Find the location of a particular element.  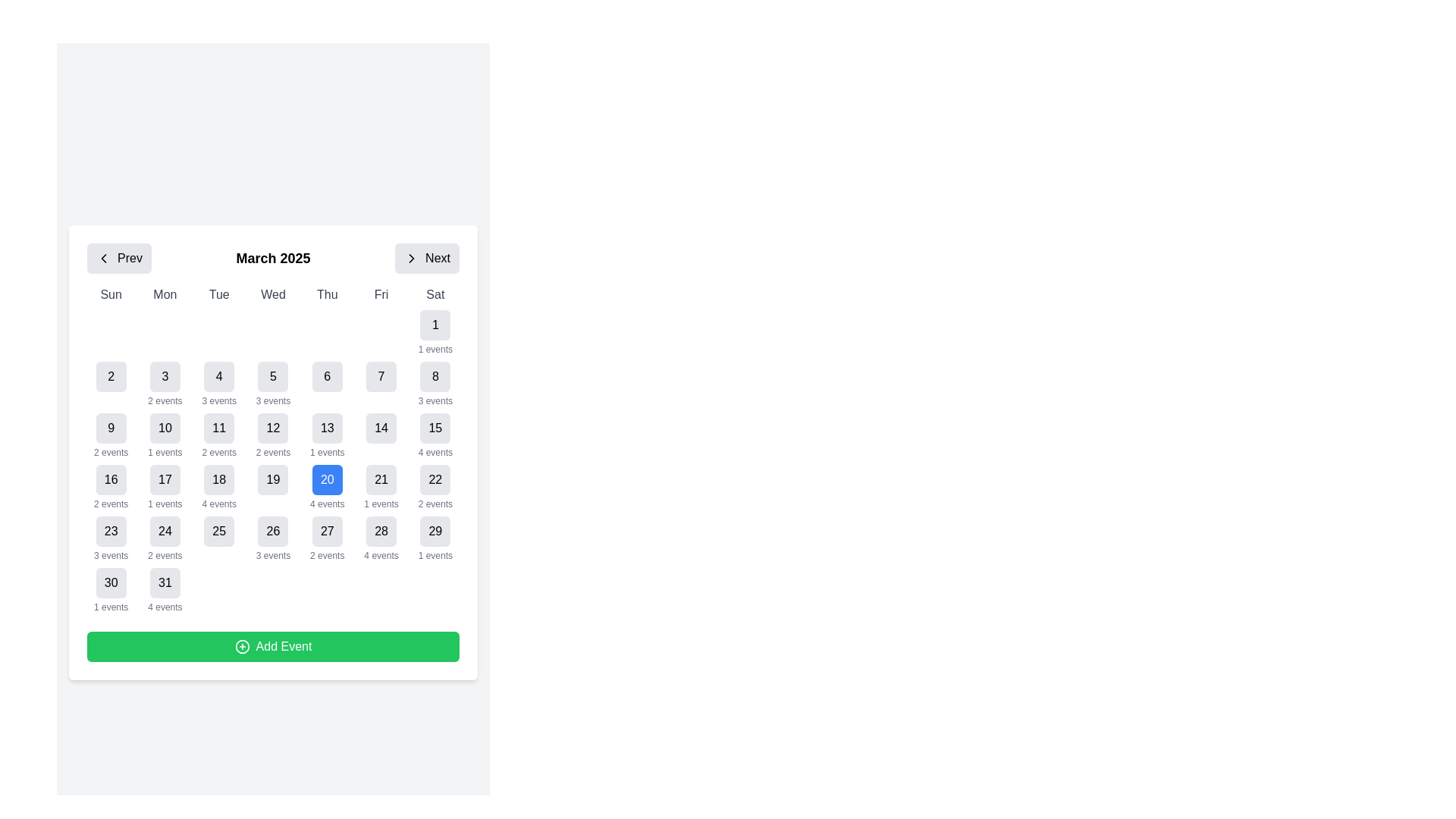

the number '17' in the Calendar day entry is located at coordinates (165, 488).